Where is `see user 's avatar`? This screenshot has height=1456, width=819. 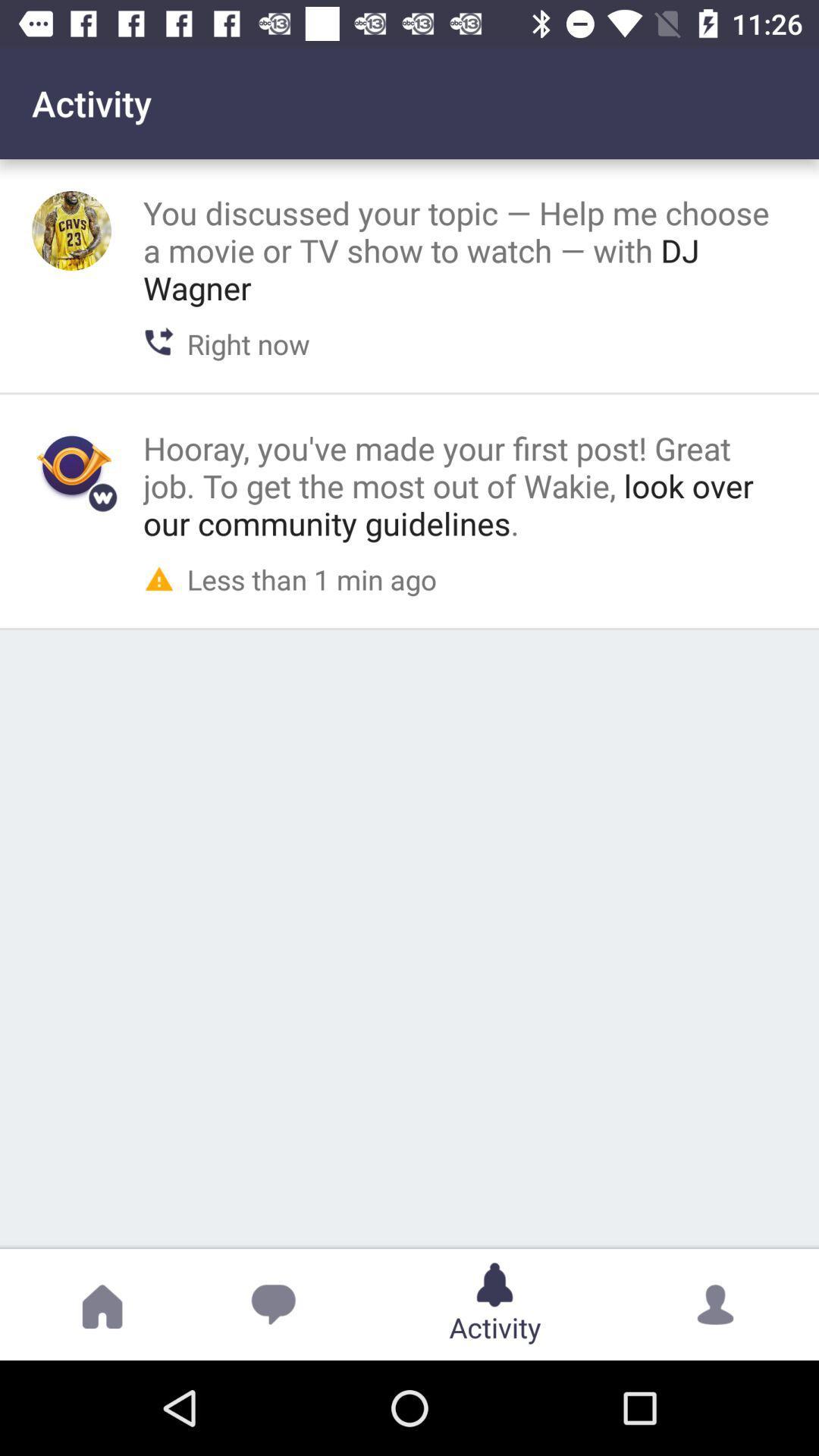 see user 's avatar is located at coordinates (71, 230).